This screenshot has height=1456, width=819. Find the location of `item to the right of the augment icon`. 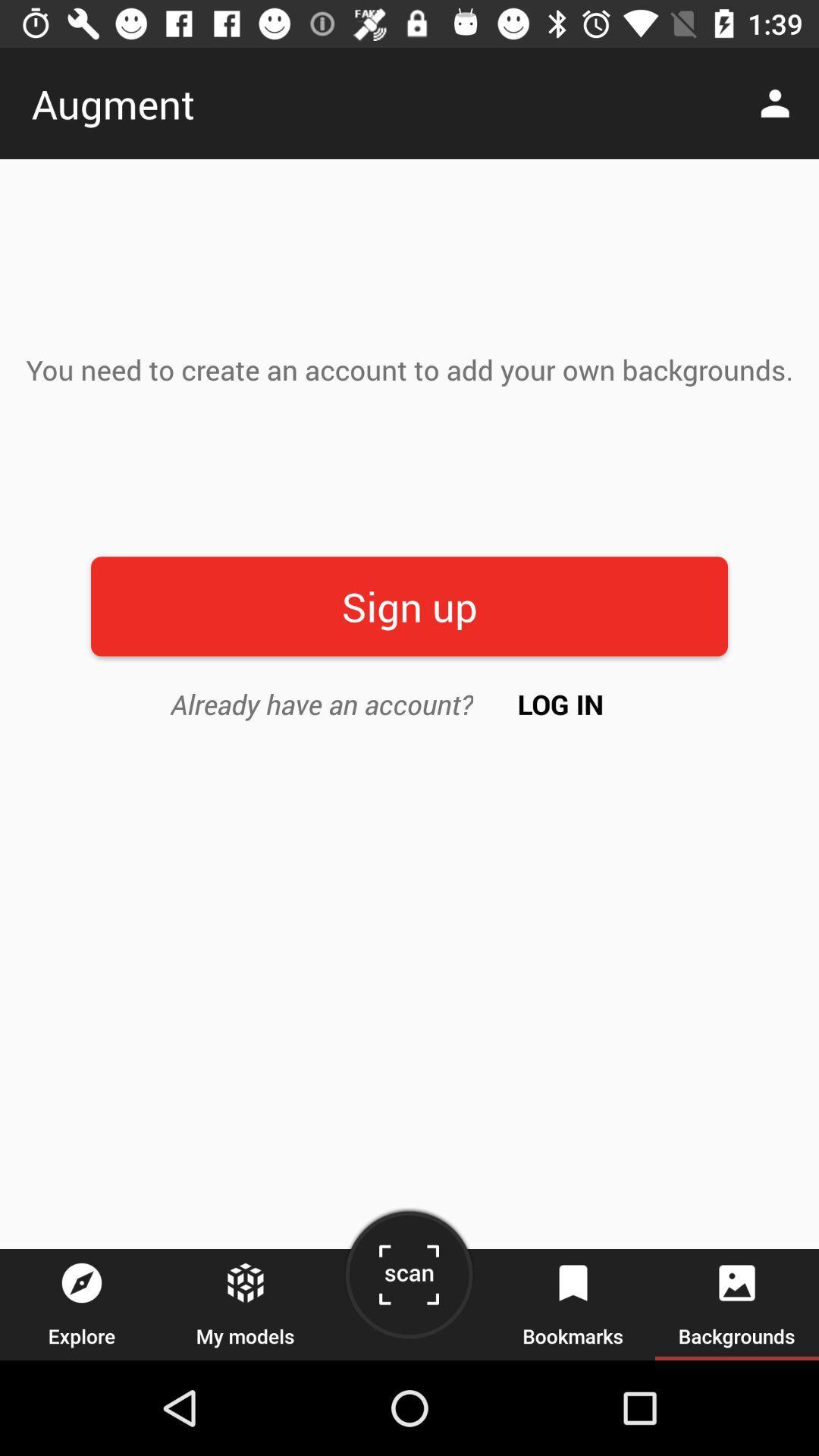

item to the right of the augment icon is located at coordinates (779, 102).